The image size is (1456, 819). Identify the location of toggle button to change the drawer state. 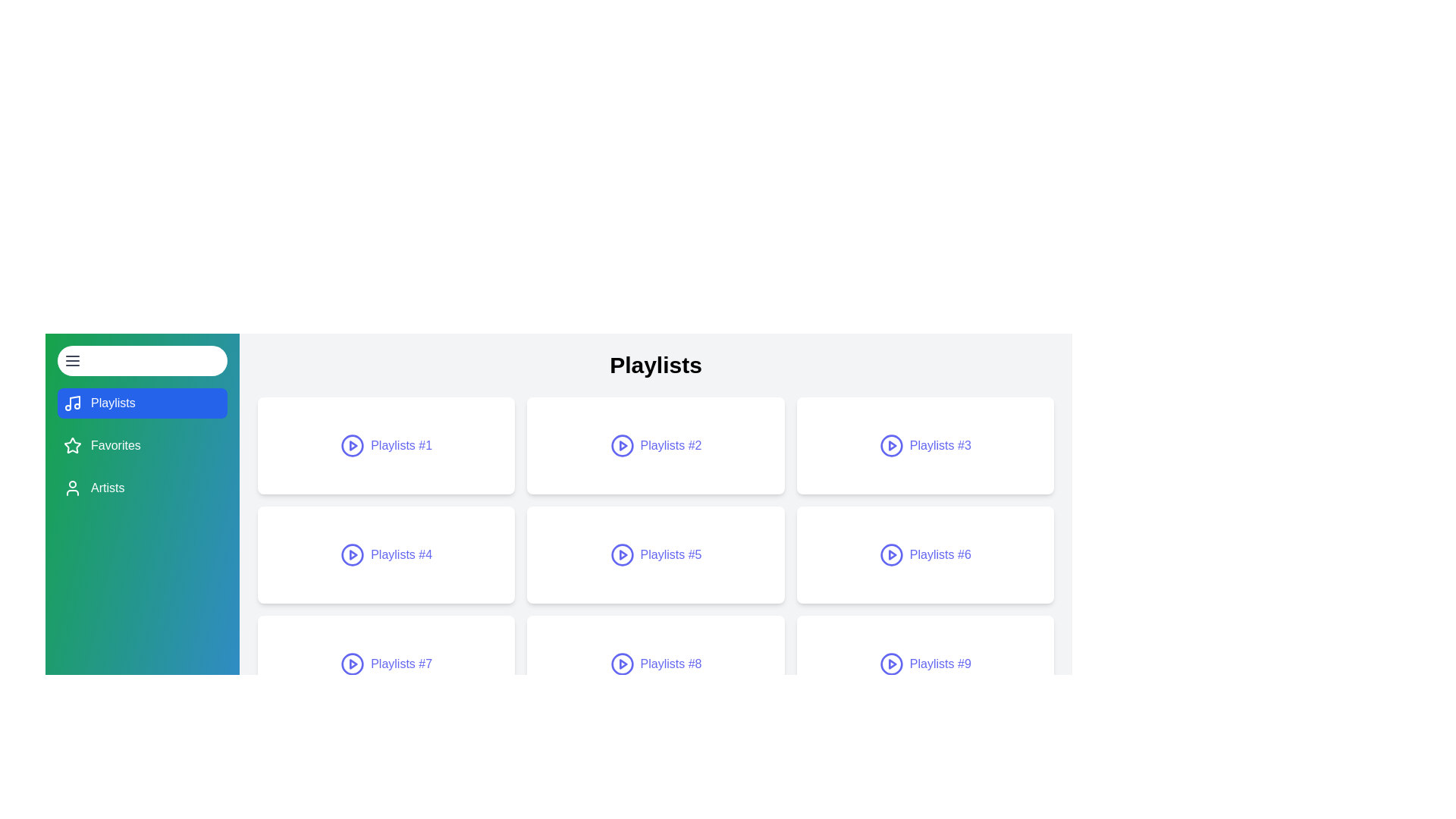
(142, 360).